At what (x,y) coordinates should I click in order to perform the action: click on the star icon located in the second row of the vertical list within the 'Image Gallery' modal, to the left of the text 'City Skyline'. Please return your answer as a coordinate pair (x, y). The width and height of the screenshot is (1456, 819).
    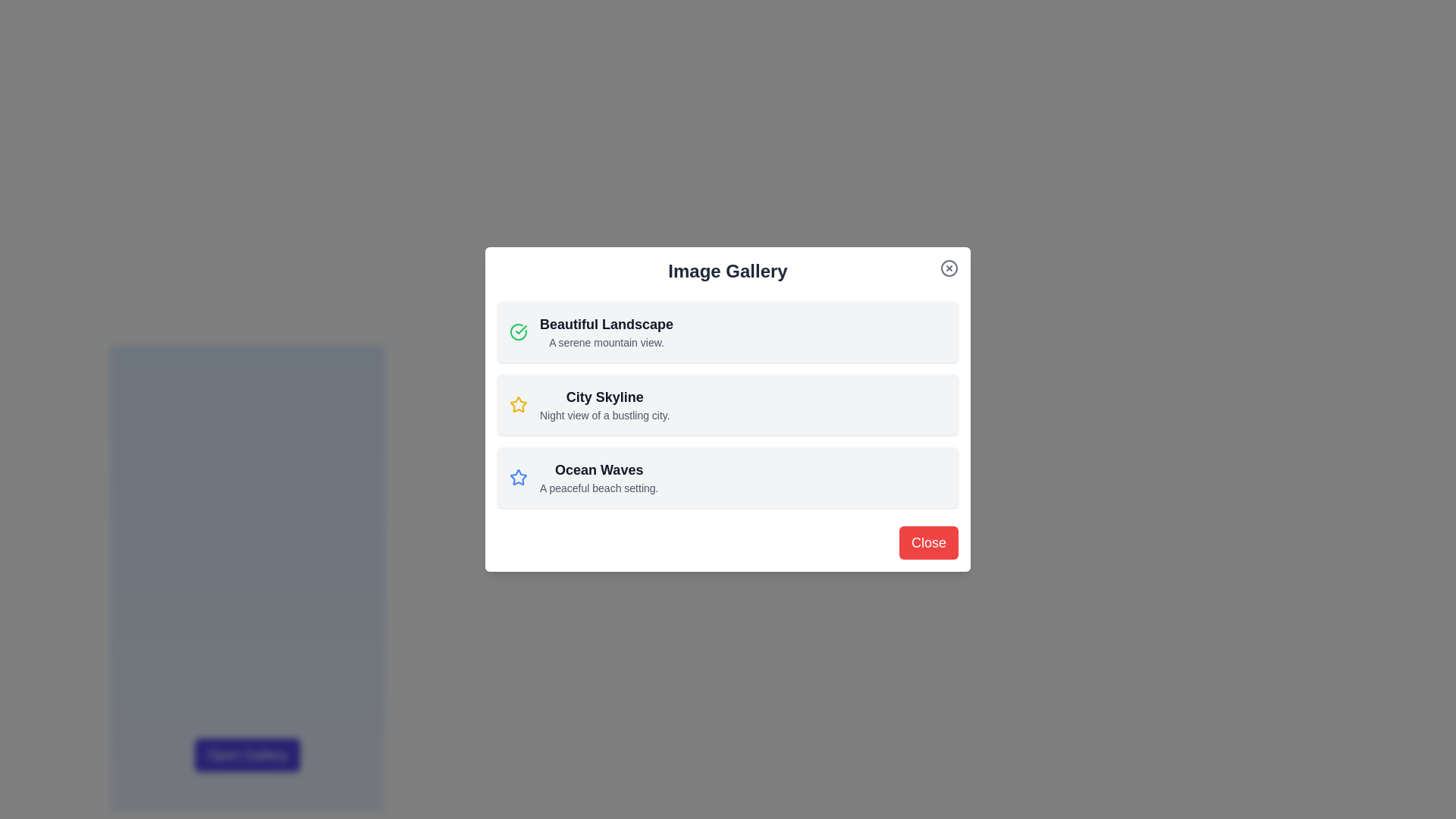
    Looking at the image, I should click on (519, 476).